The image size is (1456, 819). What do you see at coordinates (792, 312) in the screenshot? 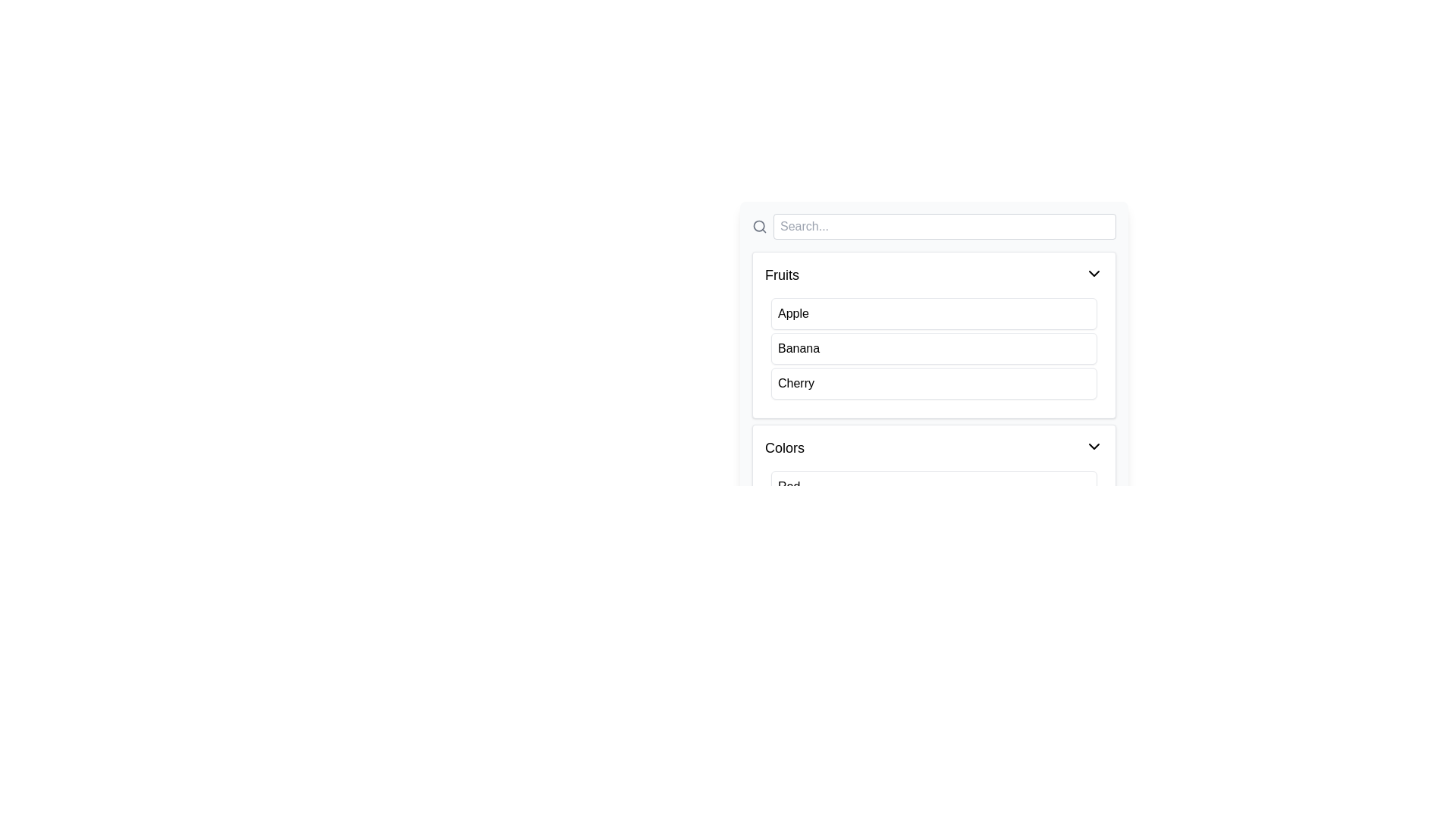
I see `the 'Apple' text label, which is the first item in the 'Fruits' section of the interface, displayed in black font and centered within its area` at bounding box center [792, 312].